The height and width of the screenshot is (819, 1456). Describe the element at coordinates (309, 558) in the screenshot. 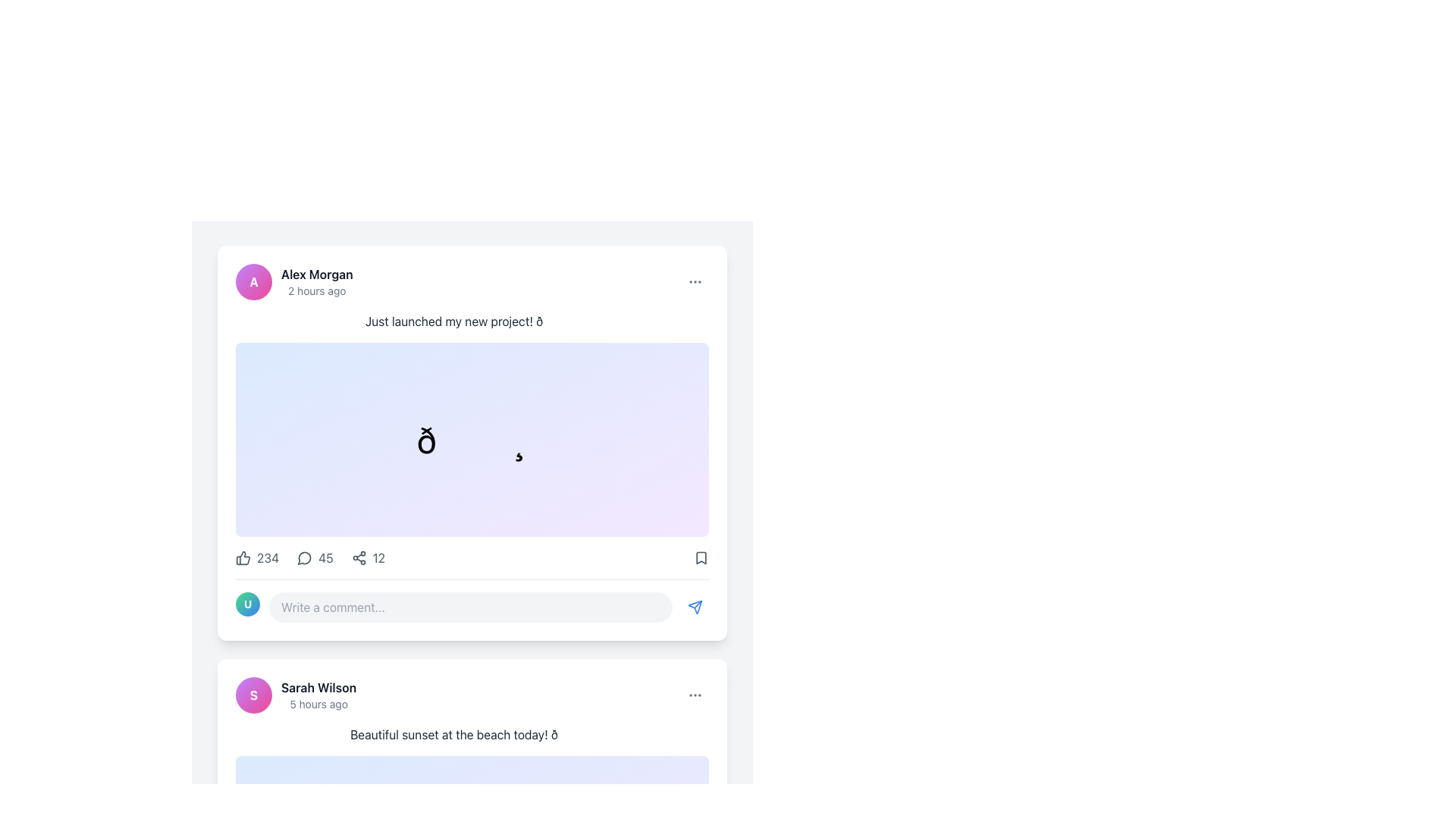

I see `the numeric label displaying the value '45', which is styled with gray text color and located next to a speech bubble icon, as it is the second item from the left in the middle section of interaction options beneath a post` at that location.